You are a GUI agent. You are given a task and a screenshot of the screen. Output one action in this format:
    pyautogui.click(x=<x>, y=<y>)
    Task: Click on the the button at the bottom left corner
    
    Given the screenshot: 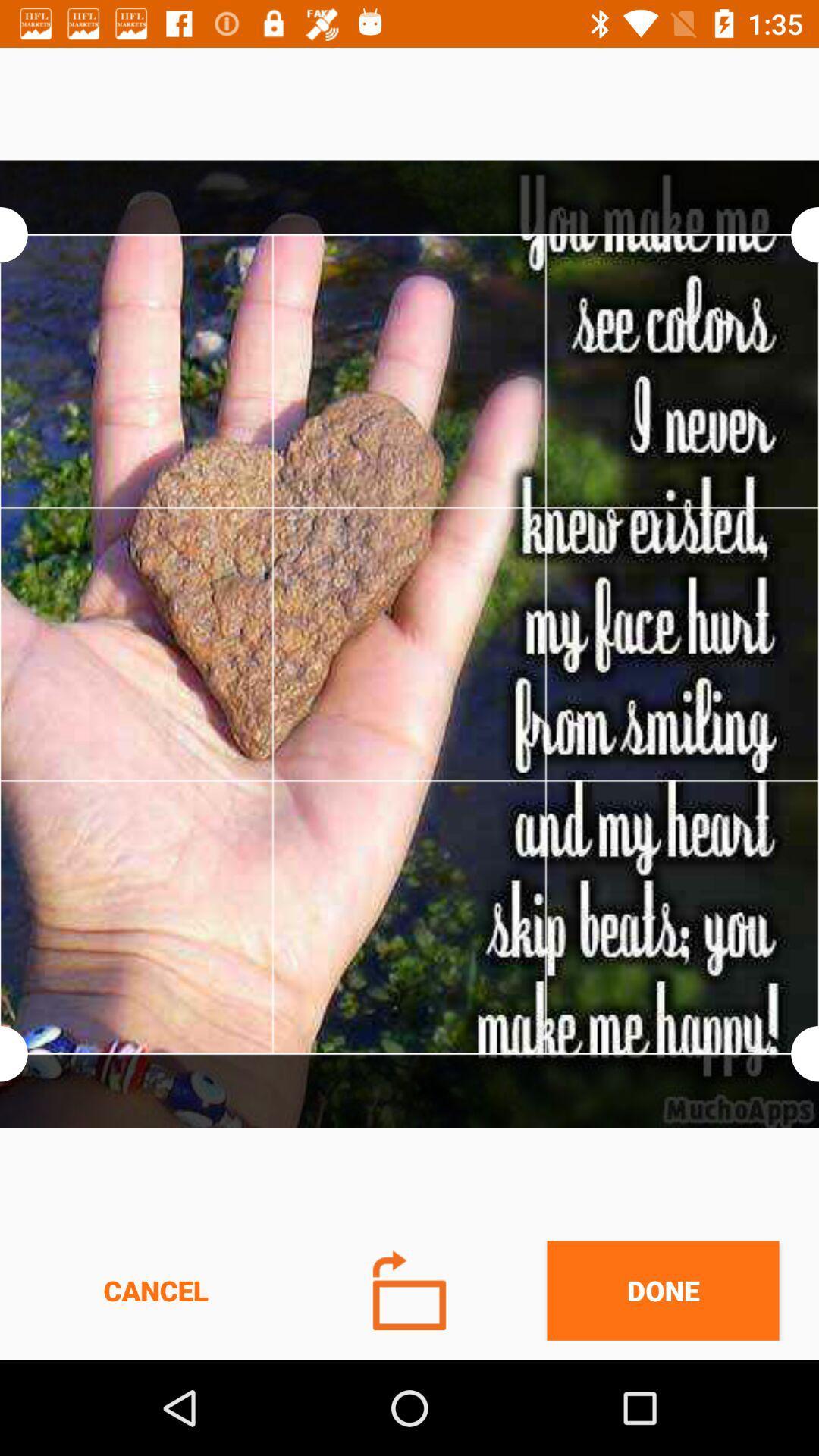 What is the action you would take?
    pyautogui.click(x=155, y=1290)
    